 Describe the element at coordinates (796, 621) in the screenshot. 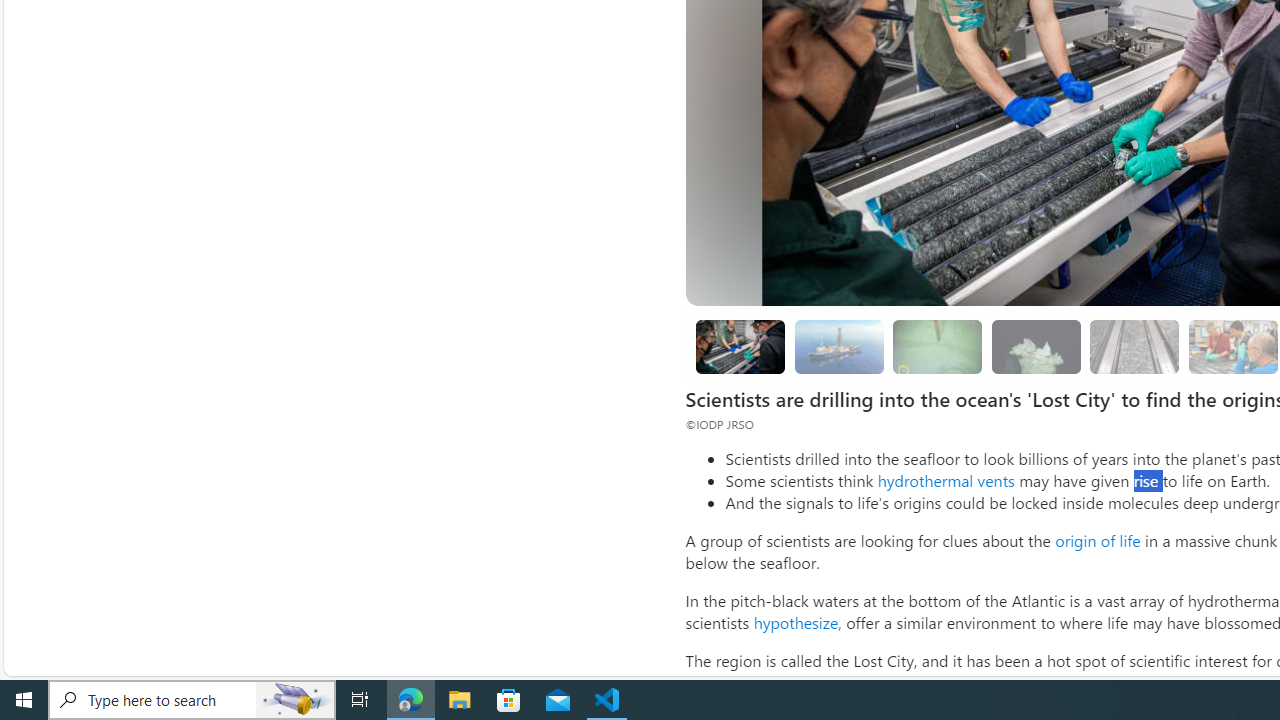

I see `'hypothesize,'` at that location.